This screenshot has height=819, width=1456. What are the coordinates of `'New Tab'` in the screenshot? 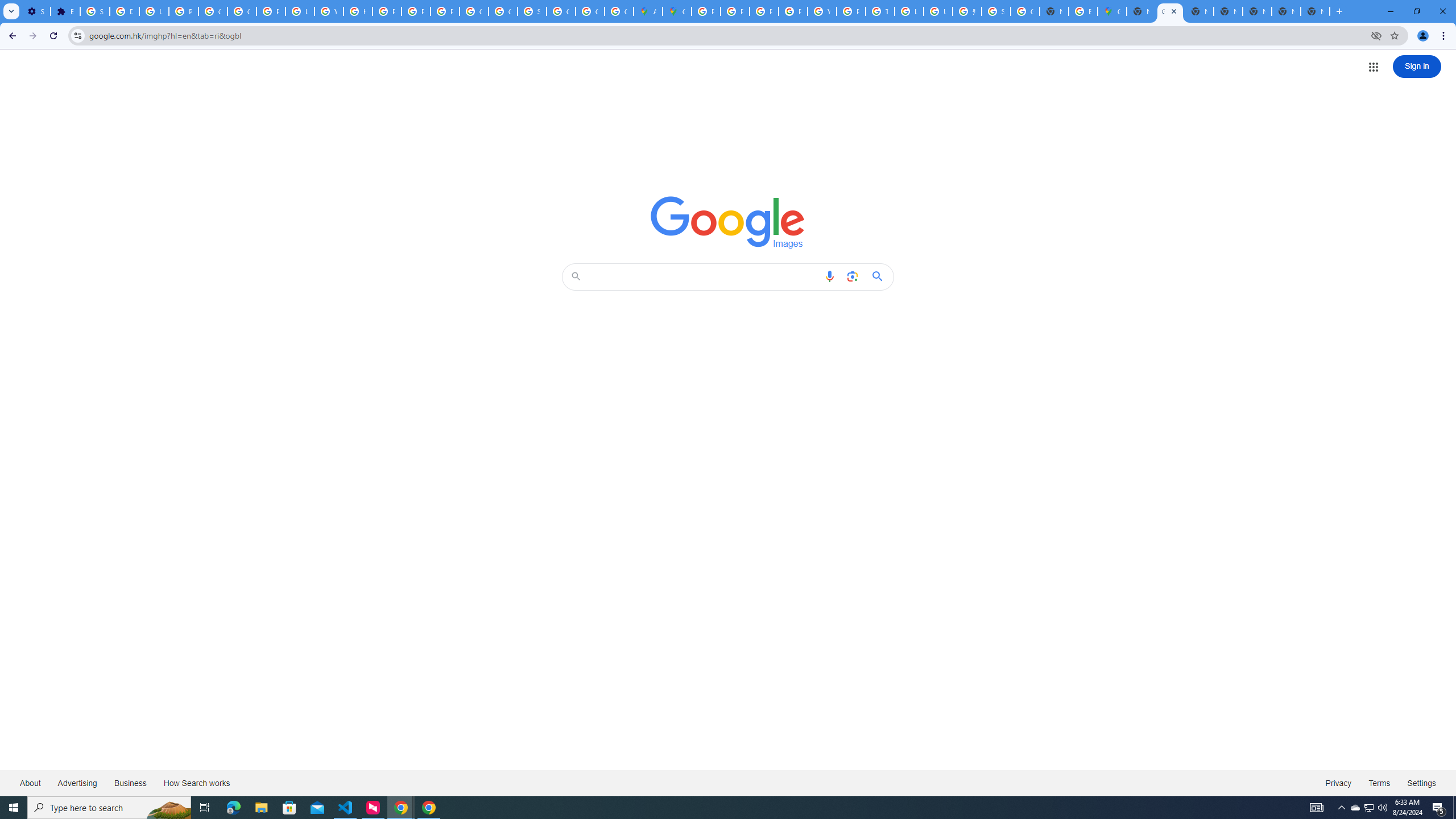 It's located at (1314, 11).